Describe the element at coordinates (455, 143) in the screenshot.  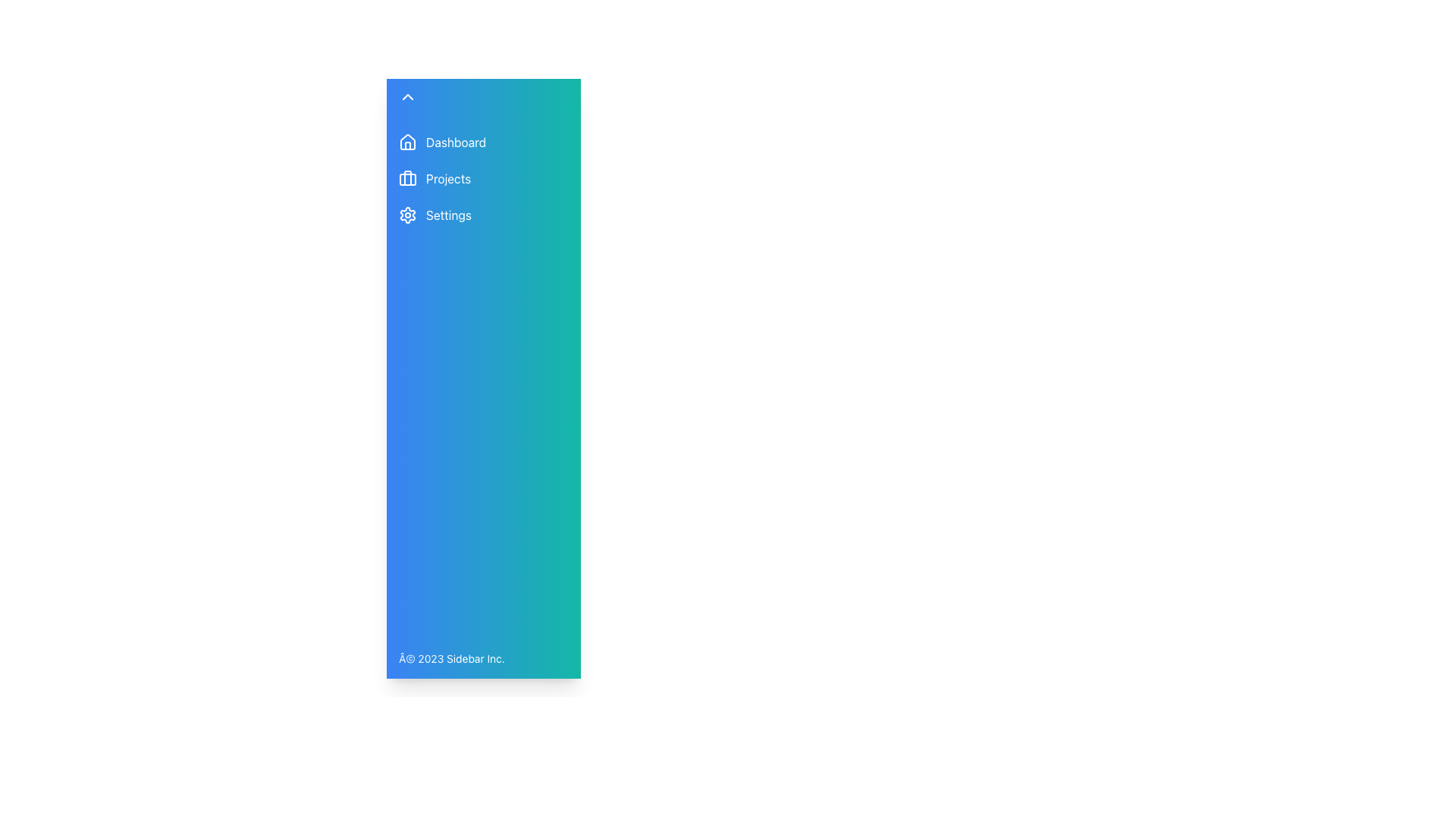
I see `the navigation text label located below the icon menu` at that location.